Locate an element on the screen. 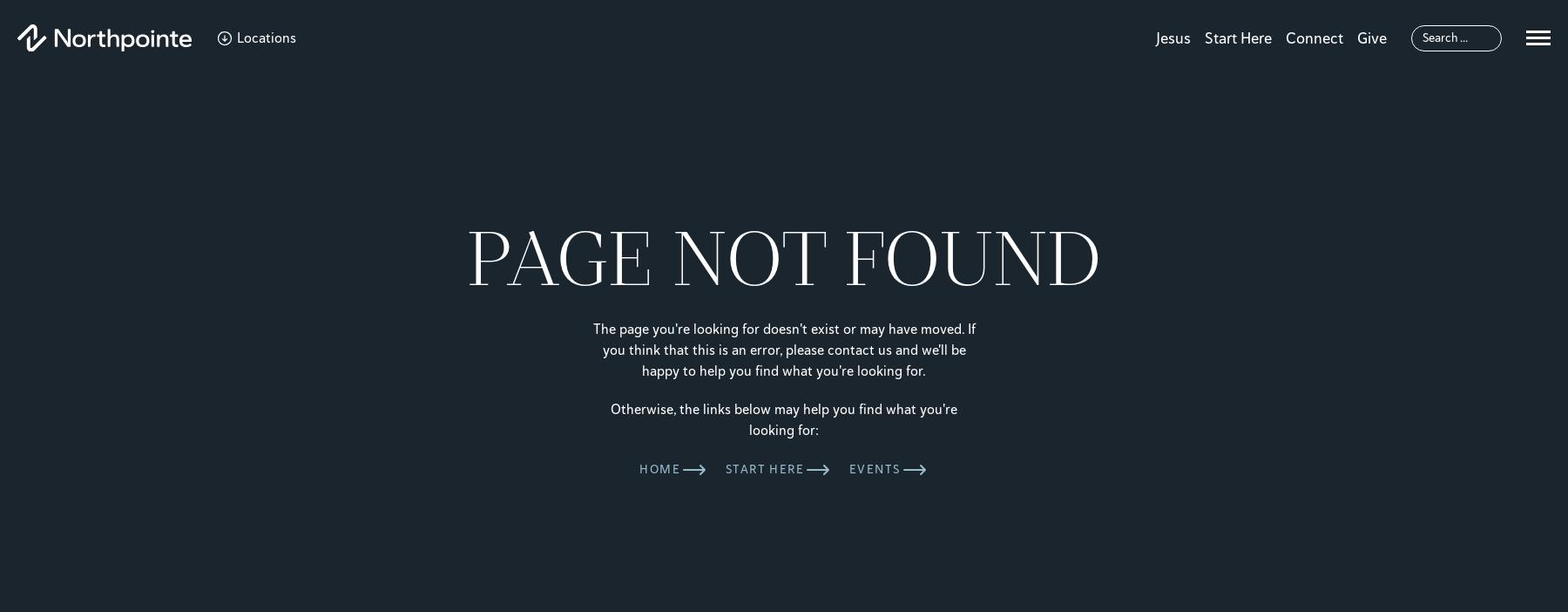  'Otherwise, the links below may help you find what you're looking for:' is located at coordinates (784, 418).